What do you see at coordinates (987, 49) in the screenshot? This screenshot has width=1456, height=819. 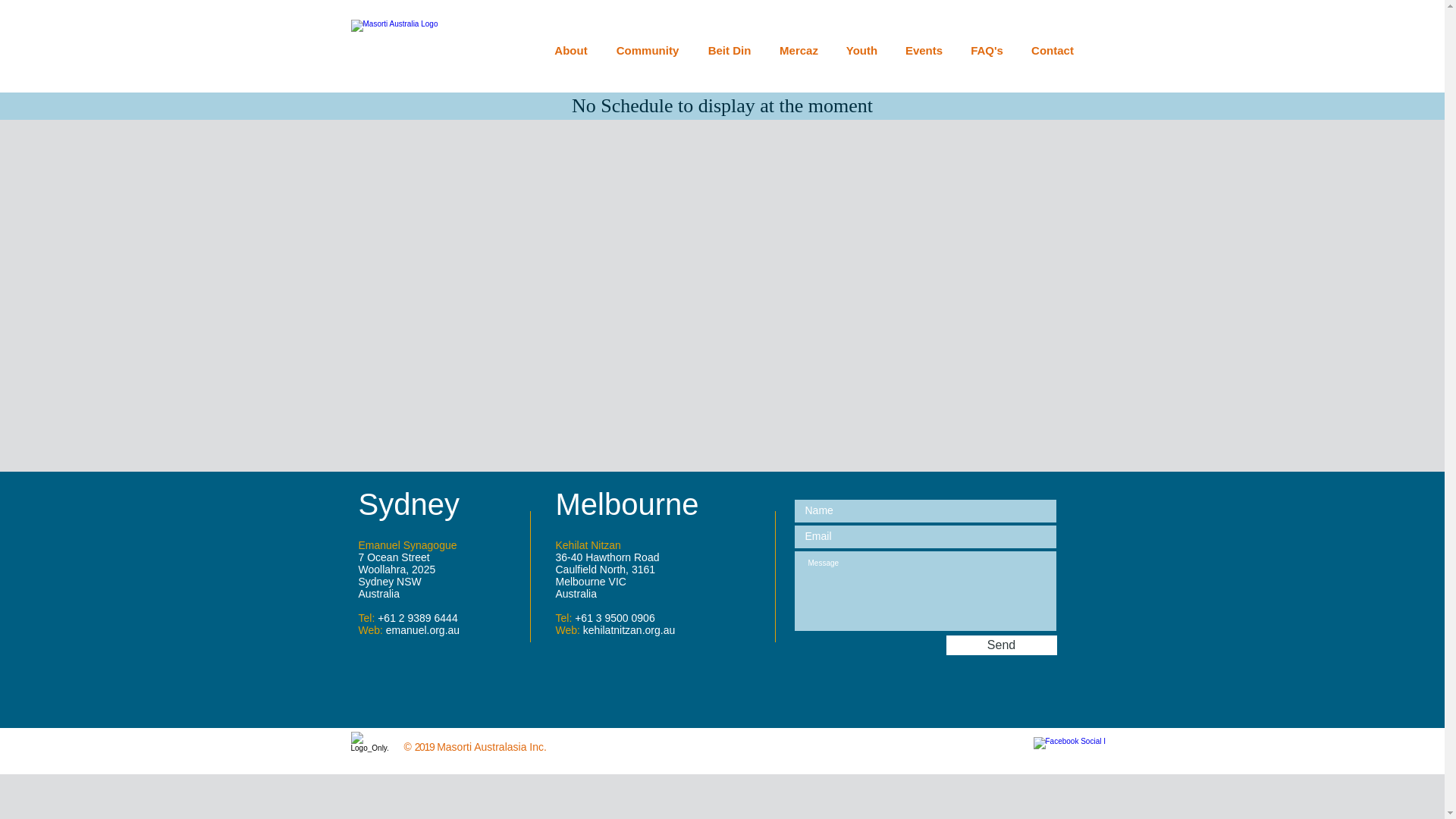 I see `'FAQ's'` at bounding box center [987, 49].